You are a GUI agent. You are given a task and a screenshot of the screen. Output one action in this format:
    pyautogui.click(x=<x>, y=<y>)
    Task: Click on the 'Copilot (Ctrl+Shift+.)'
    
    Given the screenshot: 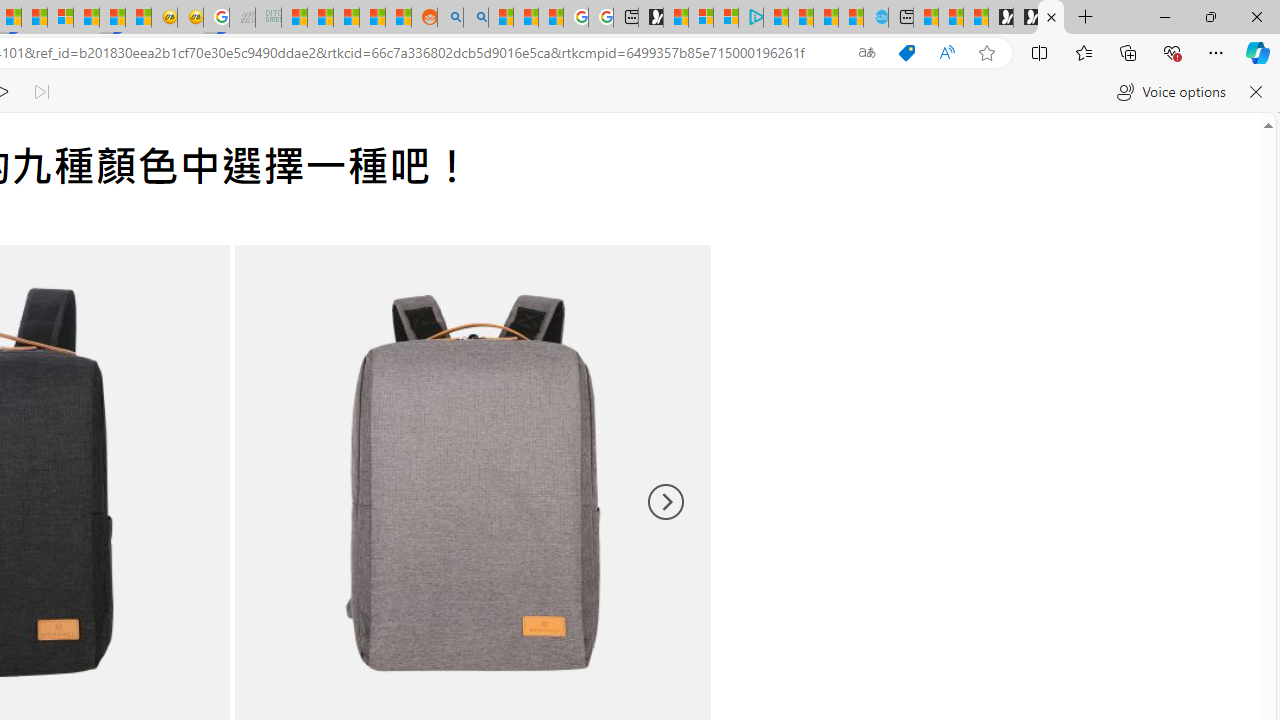 What is the action you would take?
    pyautogui.click(x=1257, y=51)
    